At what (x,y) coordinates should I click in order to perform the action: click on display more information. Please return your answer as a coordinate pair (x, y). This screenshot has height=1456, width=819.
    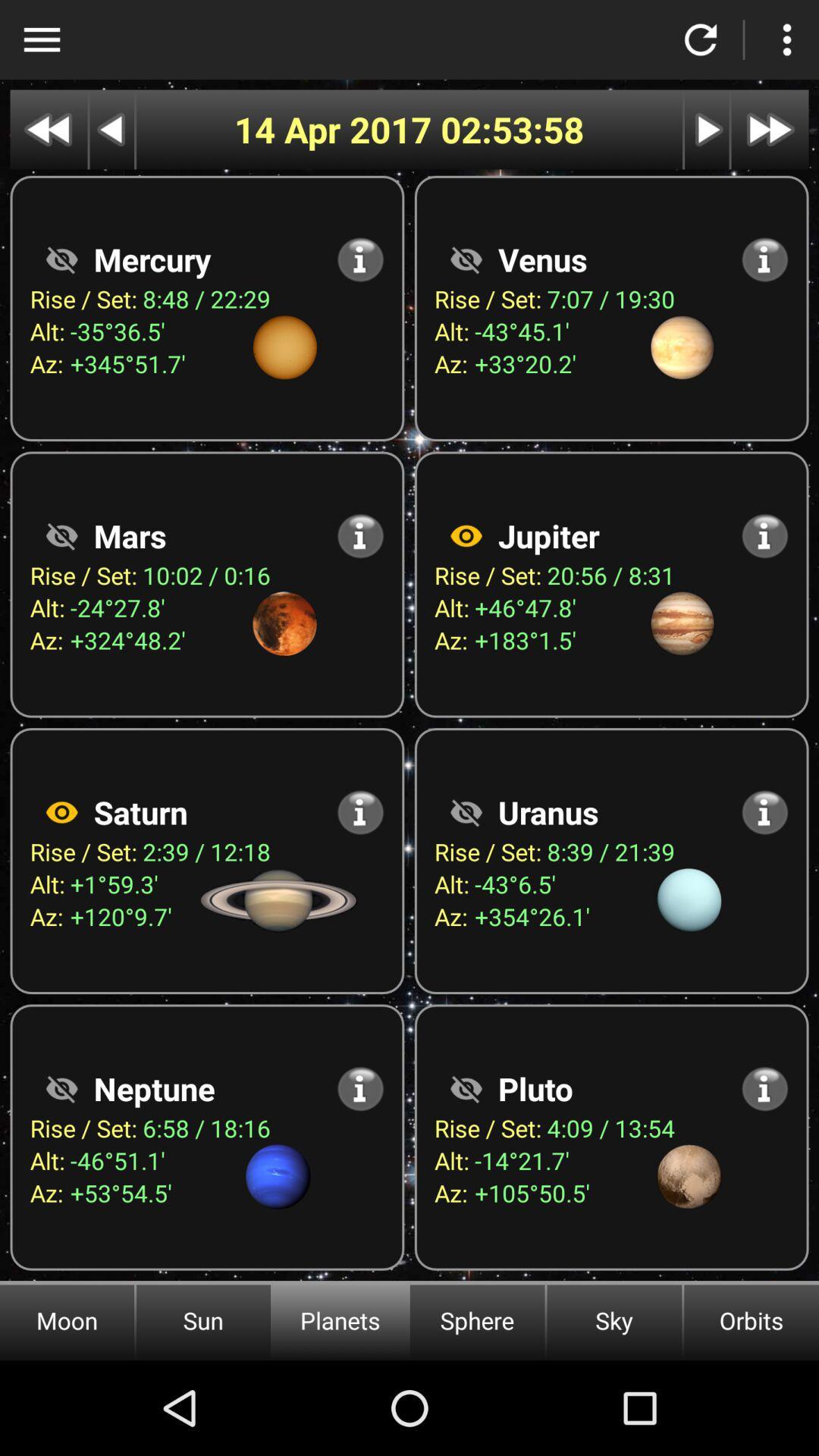
    Looking at the image, I should click on (764, 1087).